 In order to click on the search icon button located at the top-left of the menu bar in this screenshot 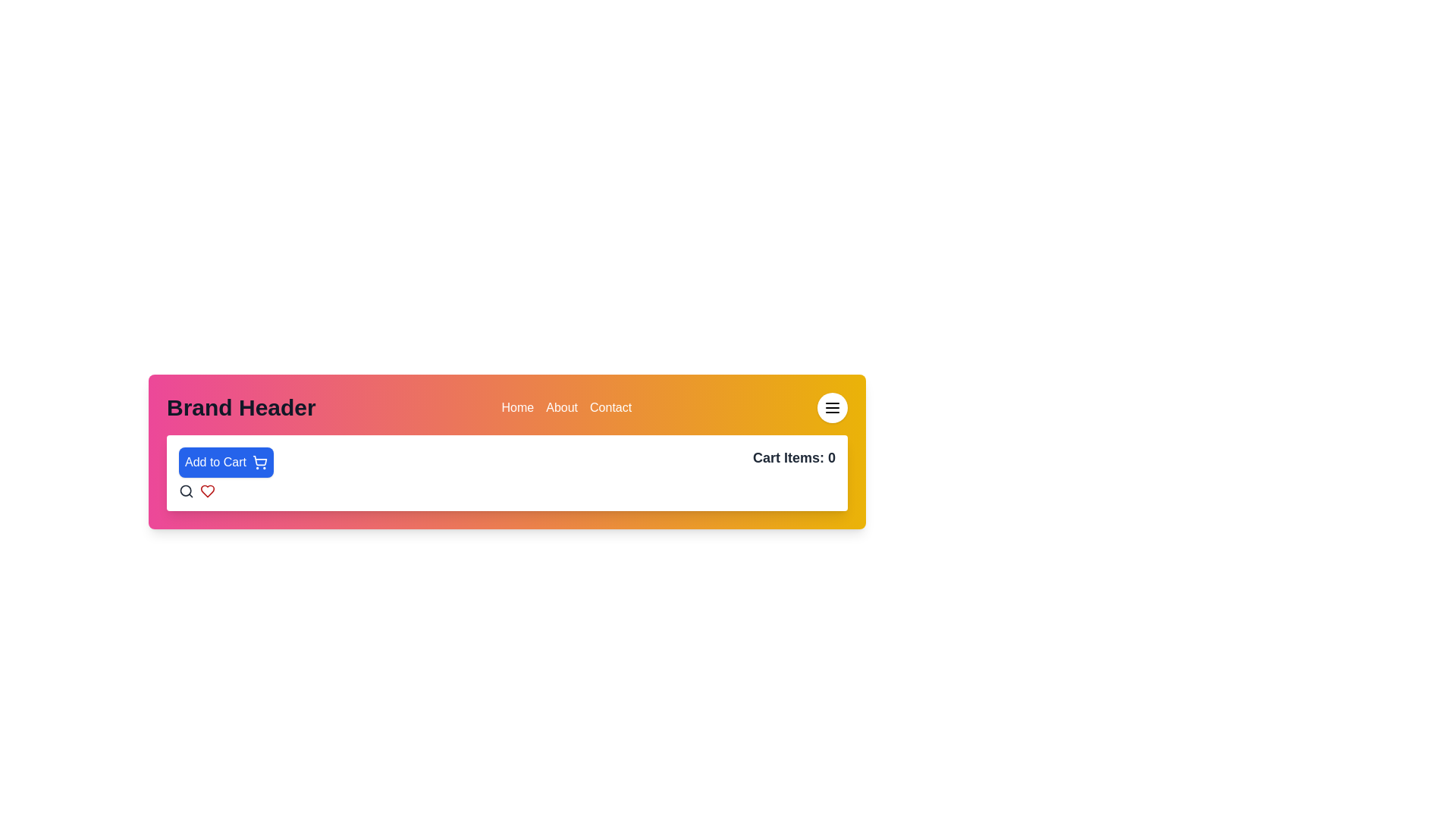, I will do `click(185, 491)`.